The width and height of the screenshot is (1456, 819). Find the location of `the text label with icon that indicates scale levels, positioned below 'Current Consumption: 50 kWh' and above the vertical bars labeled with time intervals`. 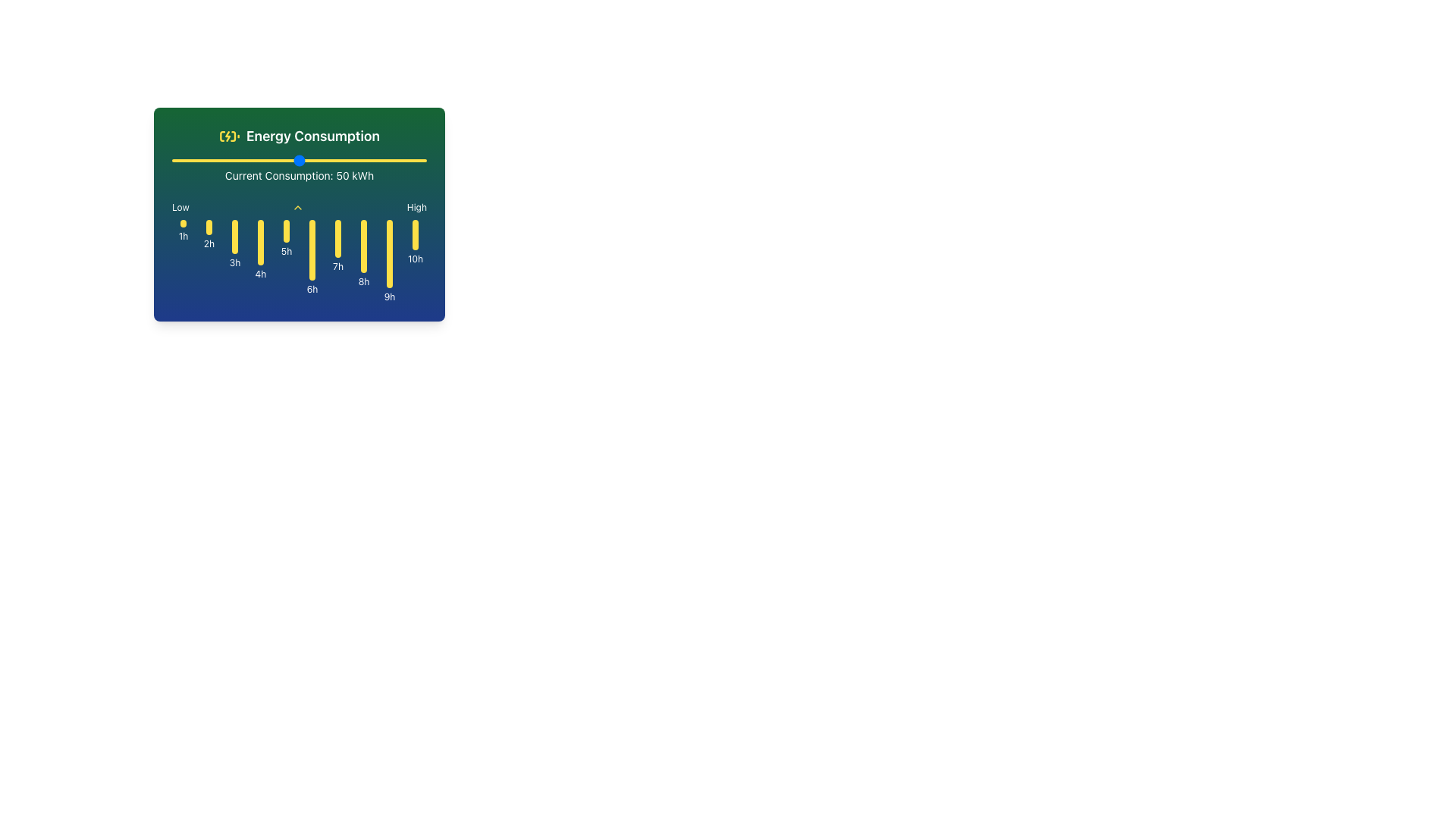

the text label with icon that indicates scale levels, positioned below 'Current Consumption: 50 kWh' and above the vertical bars labeled with time intervals is located at coordinates (299, 207).